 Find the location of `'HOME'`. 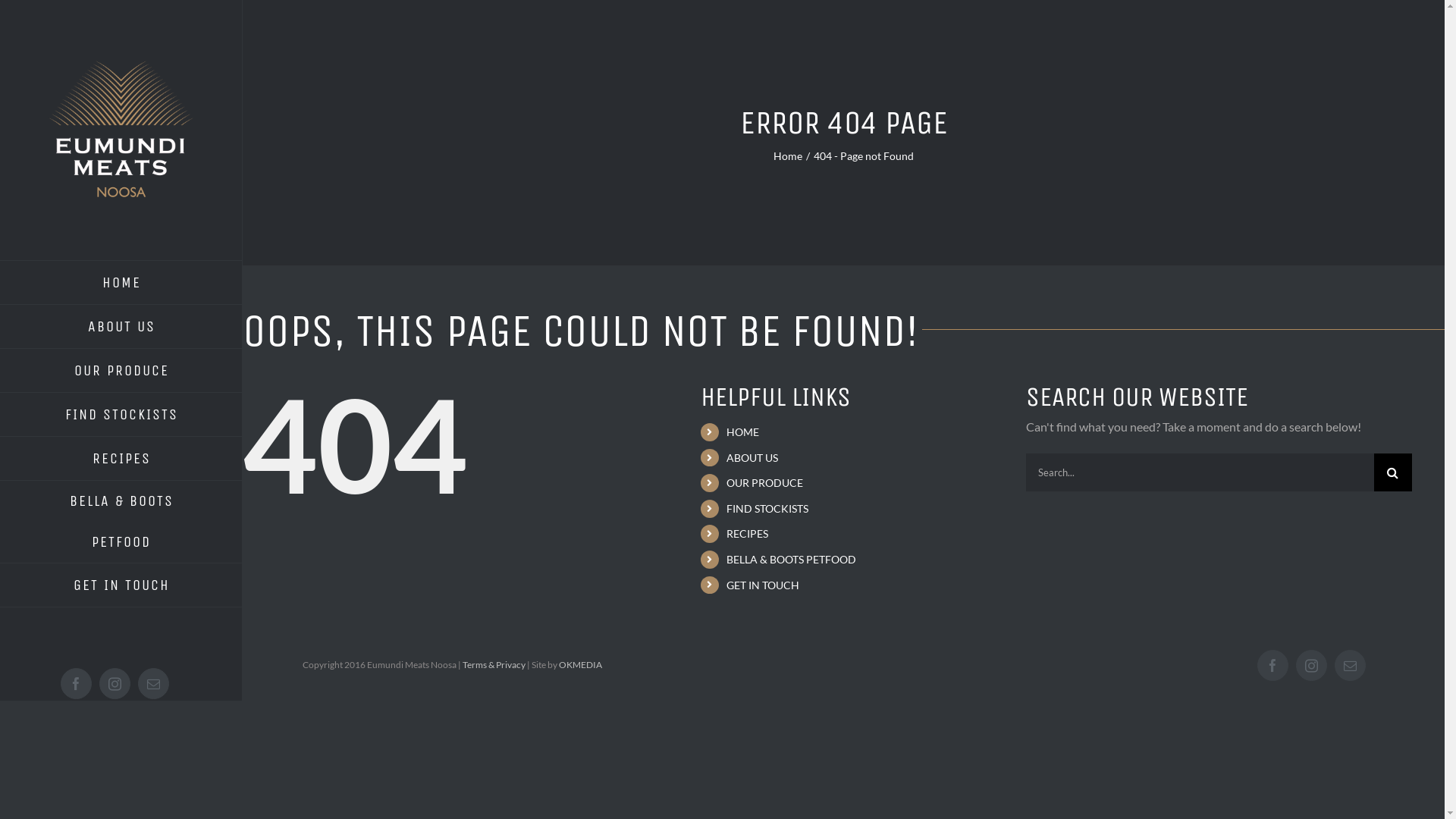

'HOME' is located at coordinates (120, 282).